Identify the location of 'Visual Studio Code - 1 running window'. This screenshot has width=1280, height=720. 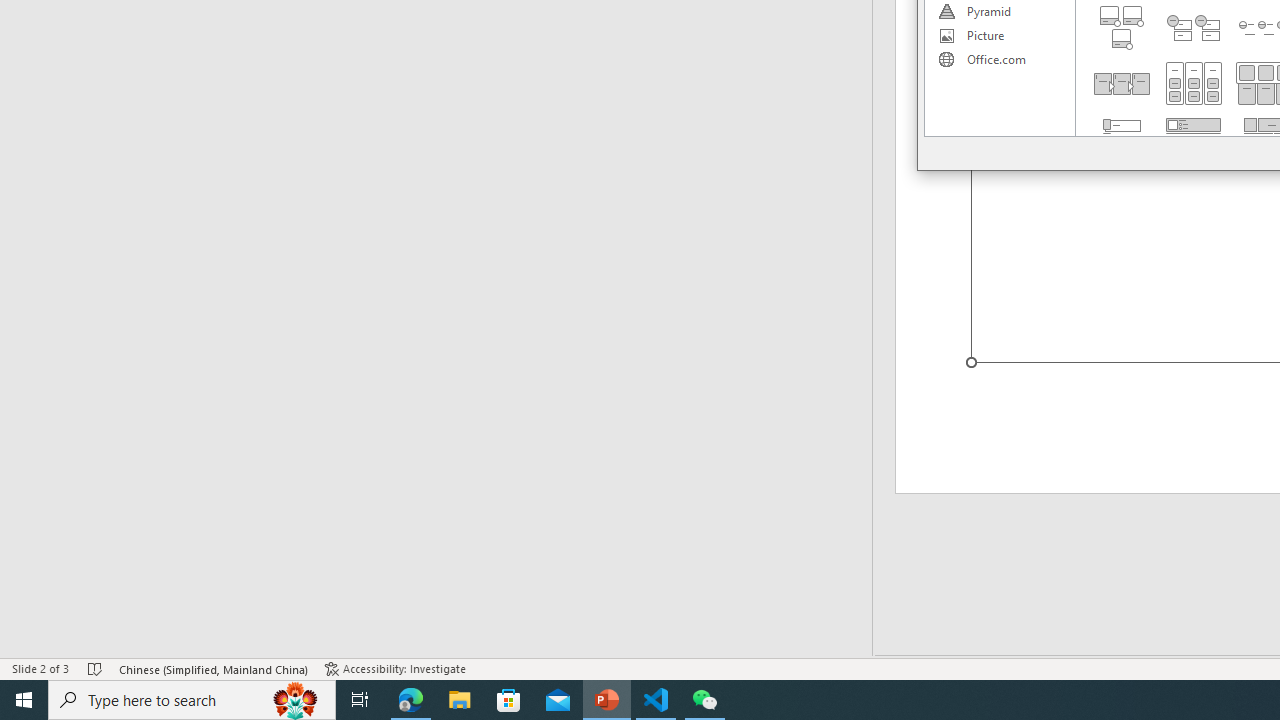
(656, 698).